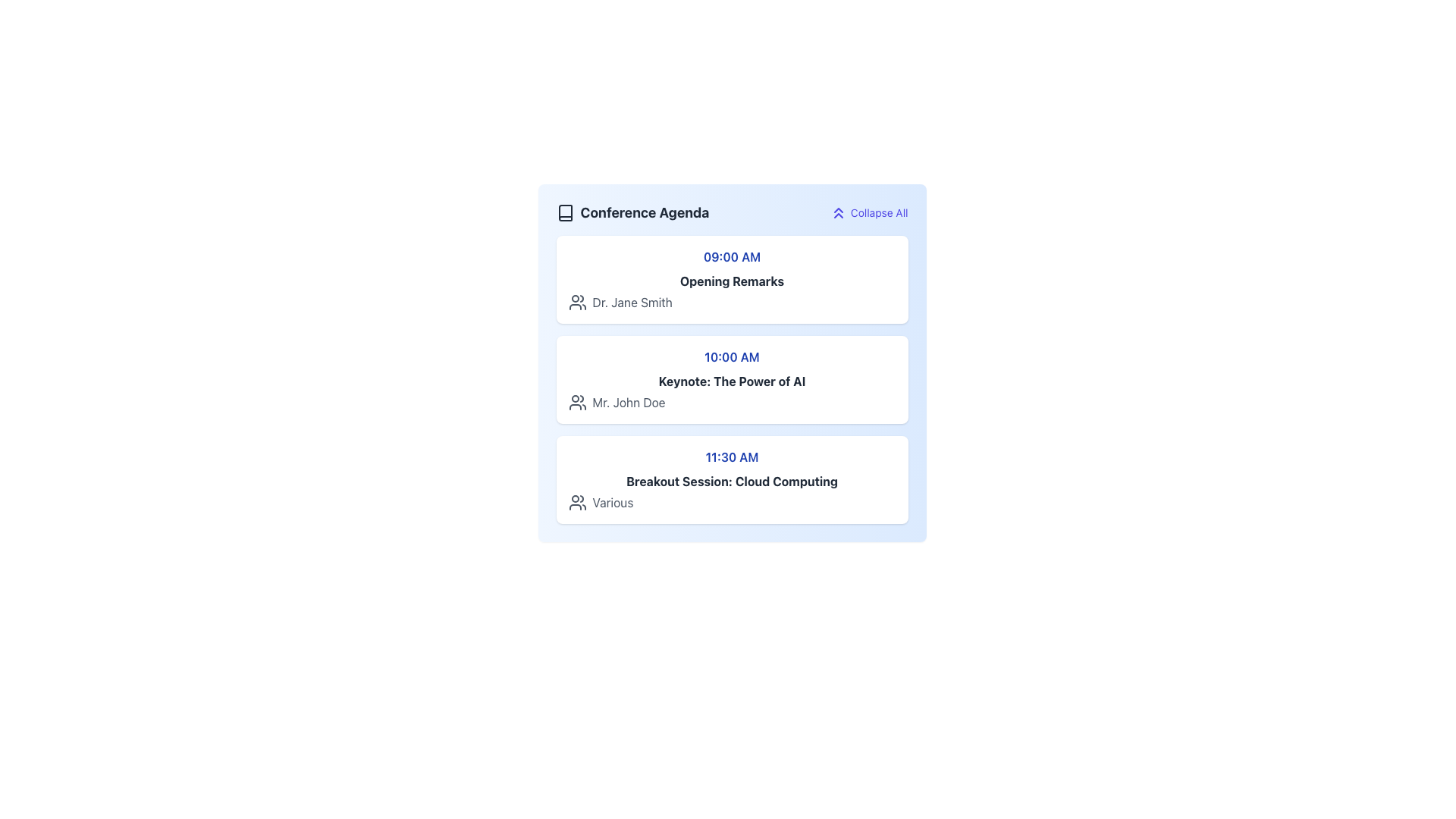 The image size is (1456, 819). Describe the element at coordinates (732, 256) in the screenshot. I see `the Static Text that displays the starting time of the session, located centrally above the 'Opening Remarks' title and Dr. Jane Smith's name in the conference agenda panel` at that location.